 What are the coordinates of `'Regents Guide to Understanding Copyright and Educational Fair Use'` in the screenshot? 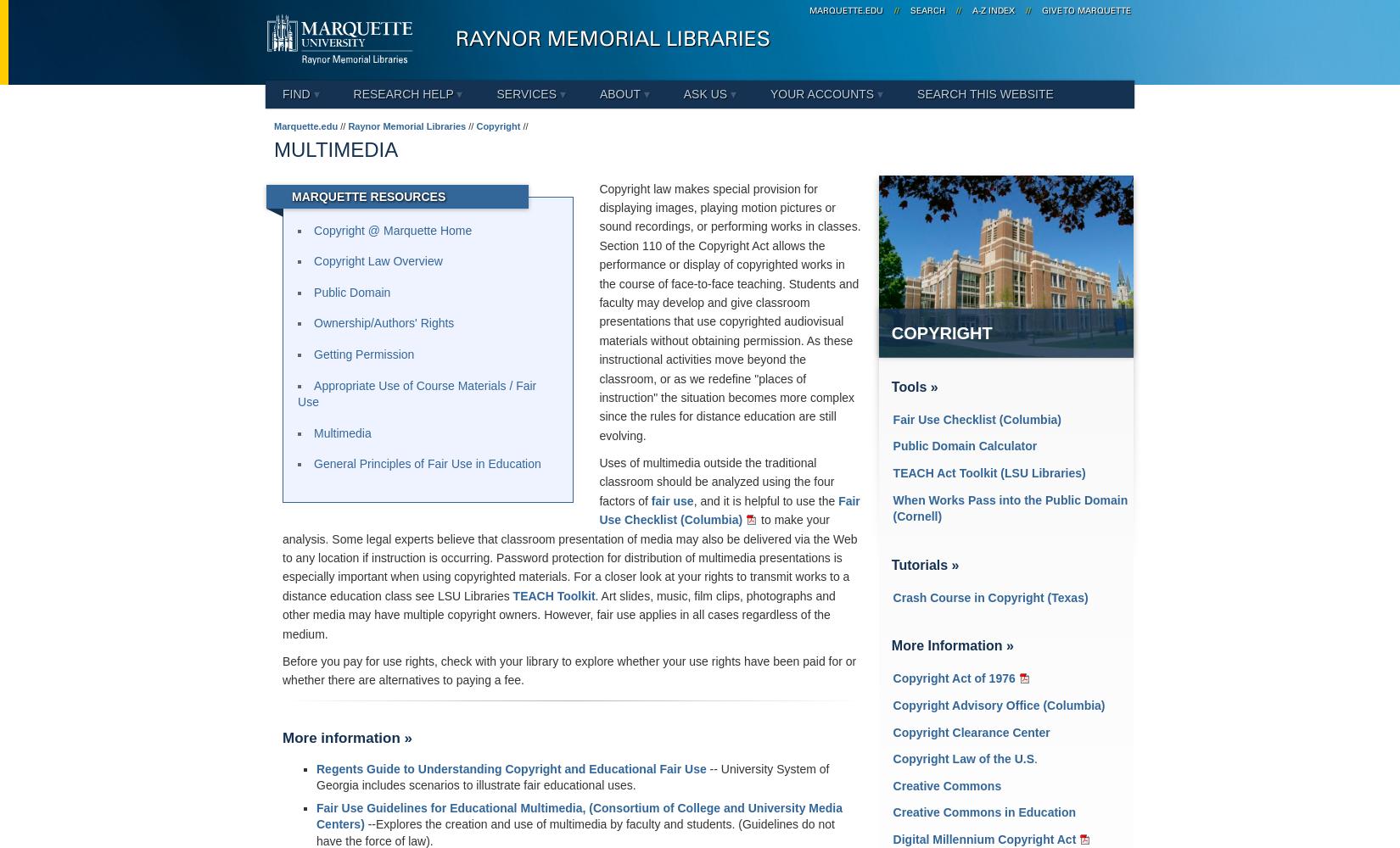 It's located at (510, 768).